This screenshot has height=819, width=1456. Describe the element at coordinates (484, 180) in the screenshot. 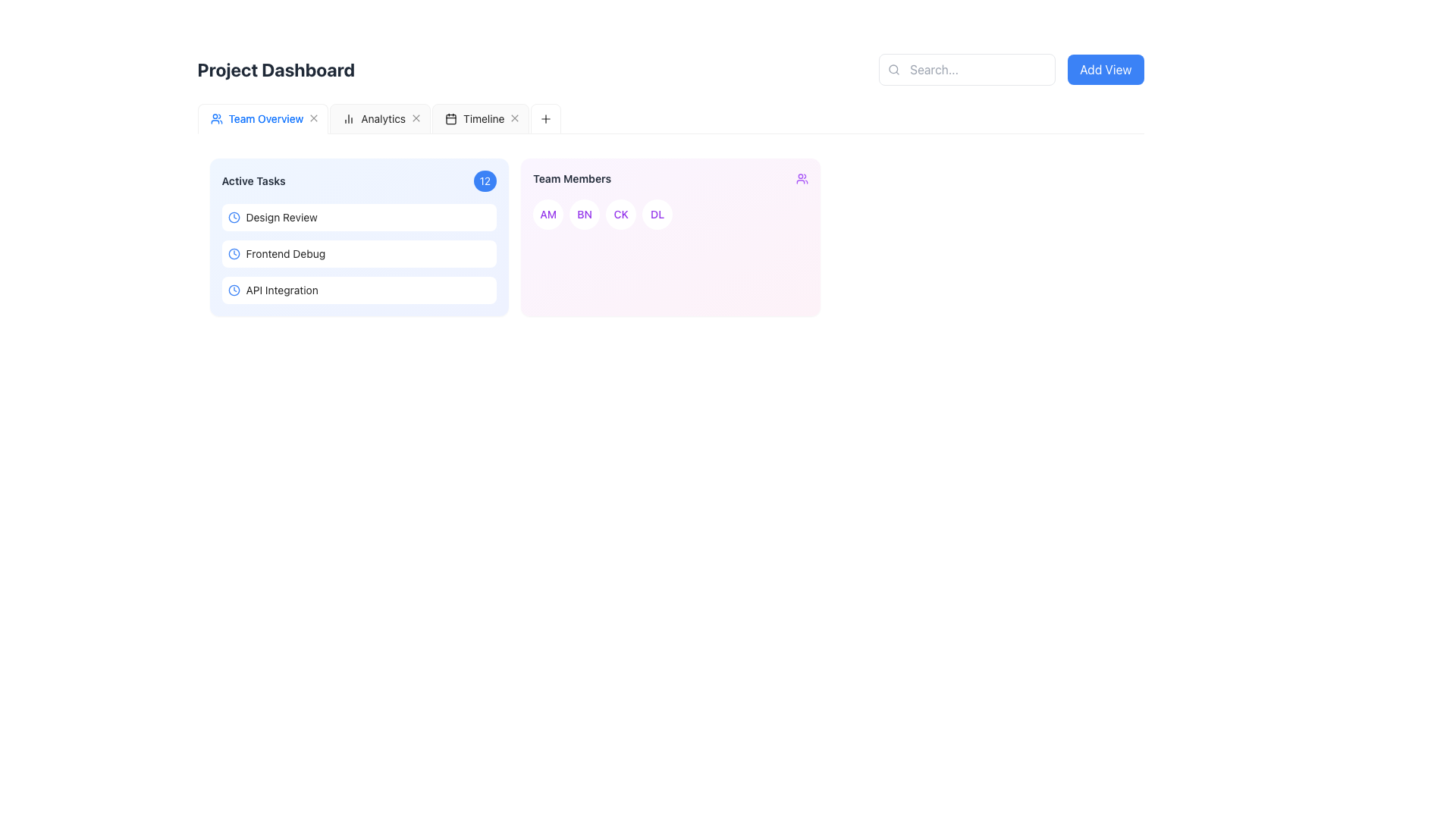

I see `the small blue circular Counter badge containing the text '12' in white, located to the right of the 'Active Tasks' label` at that location.